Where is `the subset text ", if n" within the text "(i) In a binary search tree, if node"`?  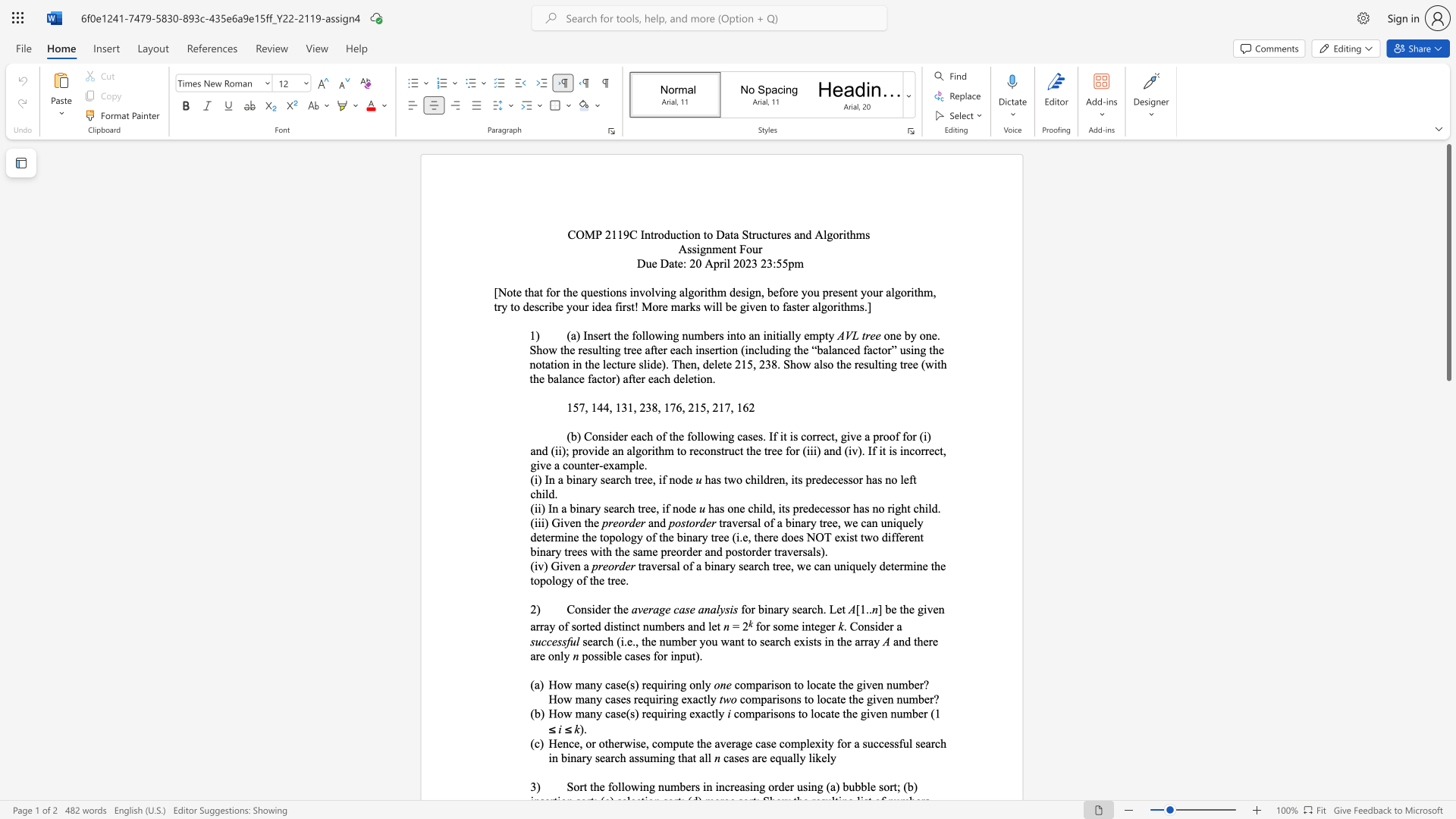
the subset text ", if n" within the text "(i) In a binary search tree, if node" is located at coordinates (652, 479).